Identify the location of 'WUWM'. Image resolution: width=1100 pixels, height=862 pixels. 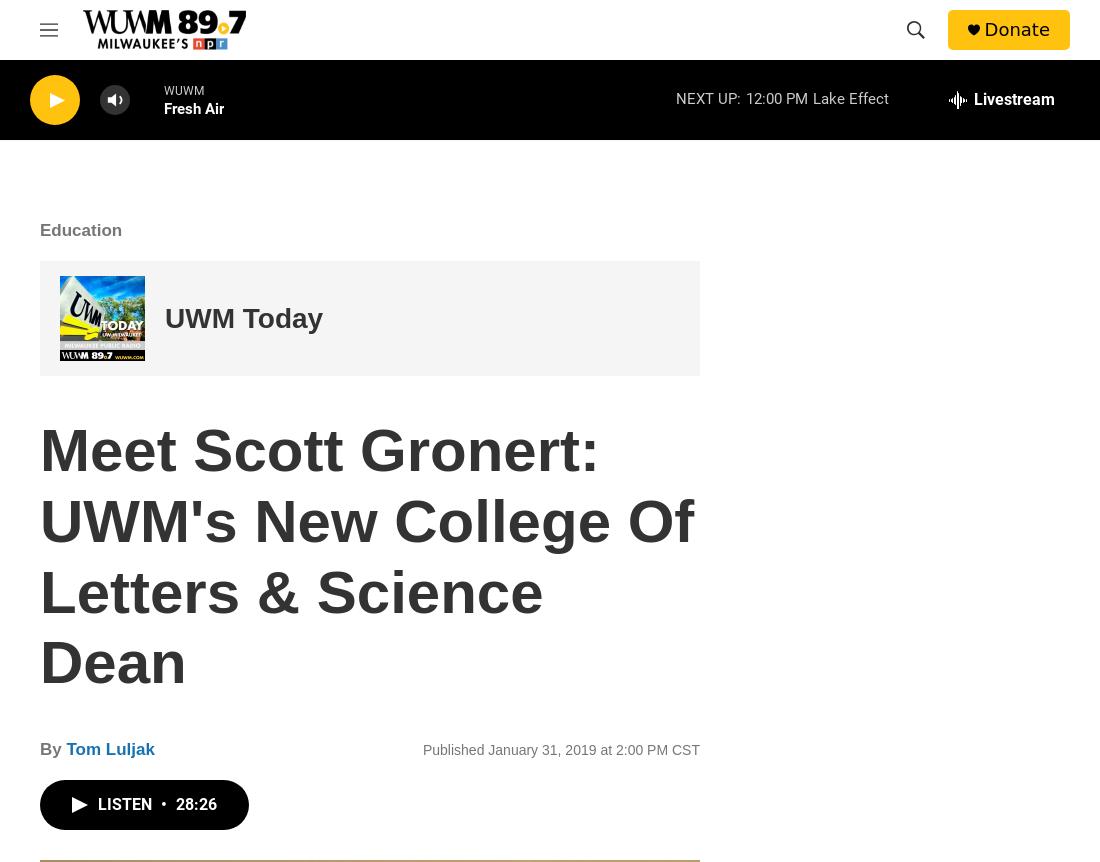
(183, 90).